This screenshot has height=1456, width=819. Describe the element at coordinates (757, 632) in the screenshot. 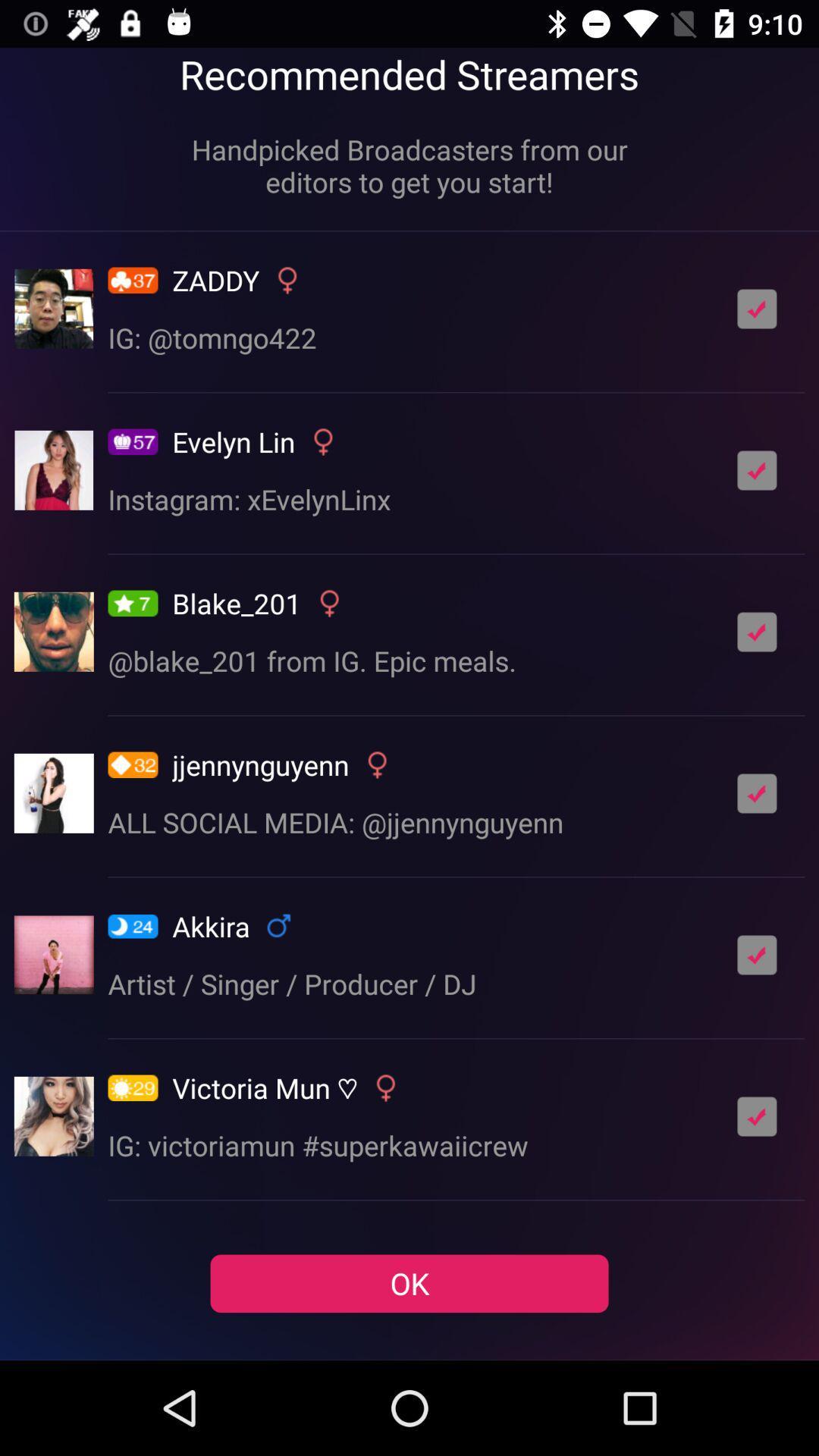

I see `recommended broadcaster` at that location.